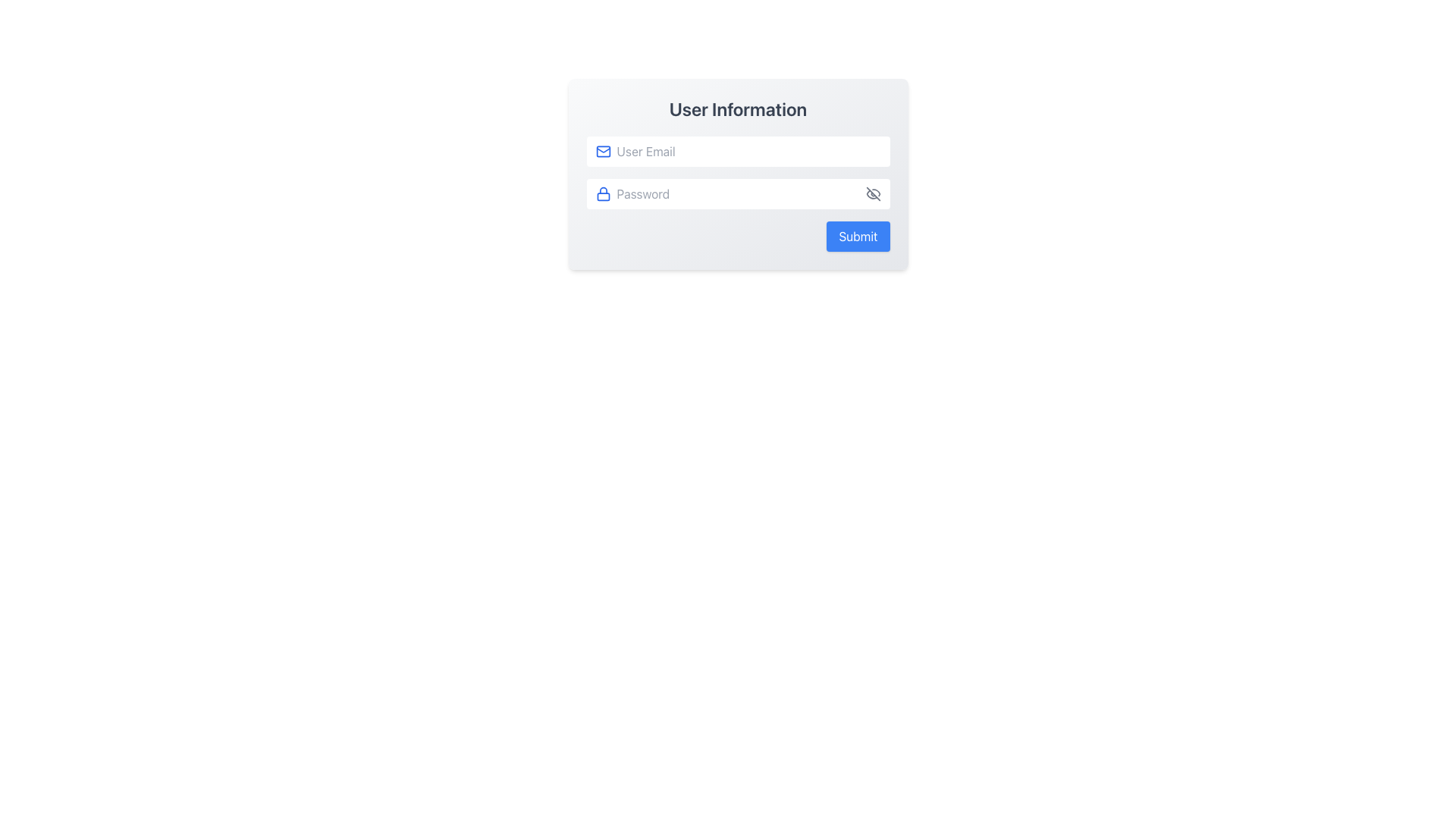  What do you see at coordinates (858, 237) in the screenshot?
I see `the 'Submit' button located at the bottom-right corner of the user input form` at bounding box center [858, 237].